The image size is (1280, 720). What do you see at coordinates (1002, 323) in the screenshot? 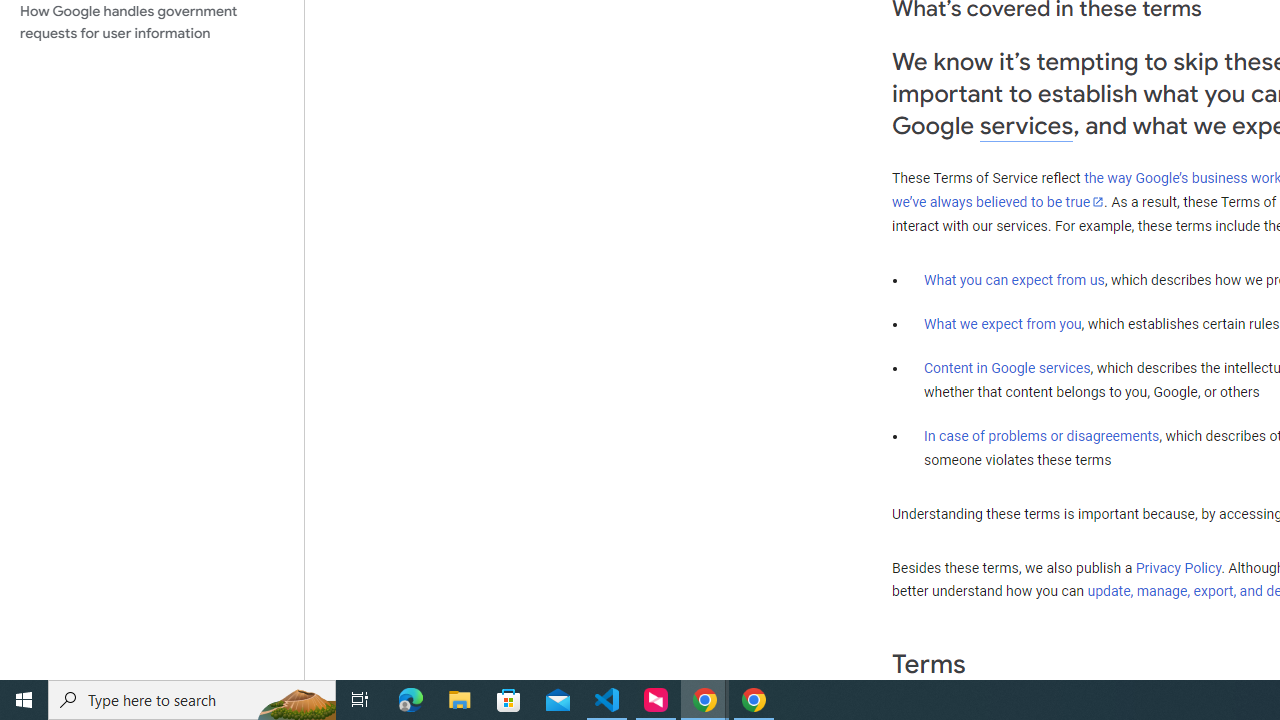
I see `'What we expect from you'` at bounding box center [1002, 323].